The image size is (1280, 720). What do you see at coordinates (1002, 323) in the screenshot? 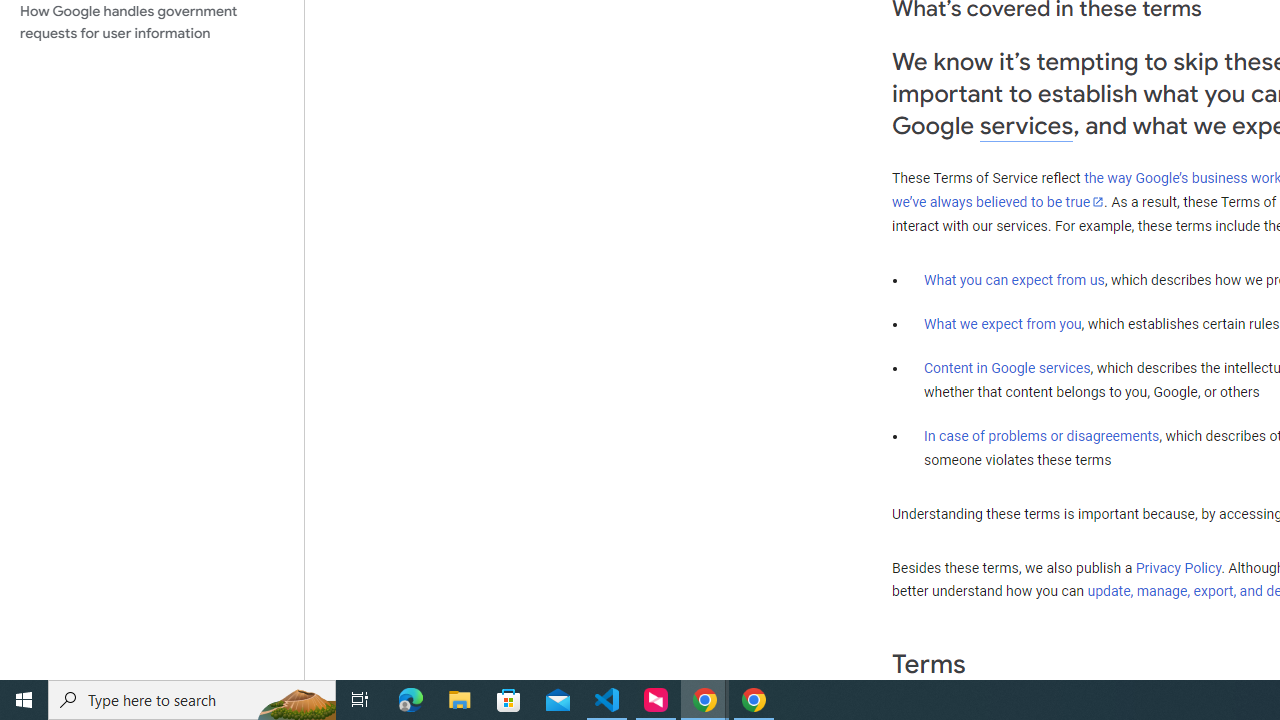
I see `'What we expect from you'` at bounding box center [1002, 323].